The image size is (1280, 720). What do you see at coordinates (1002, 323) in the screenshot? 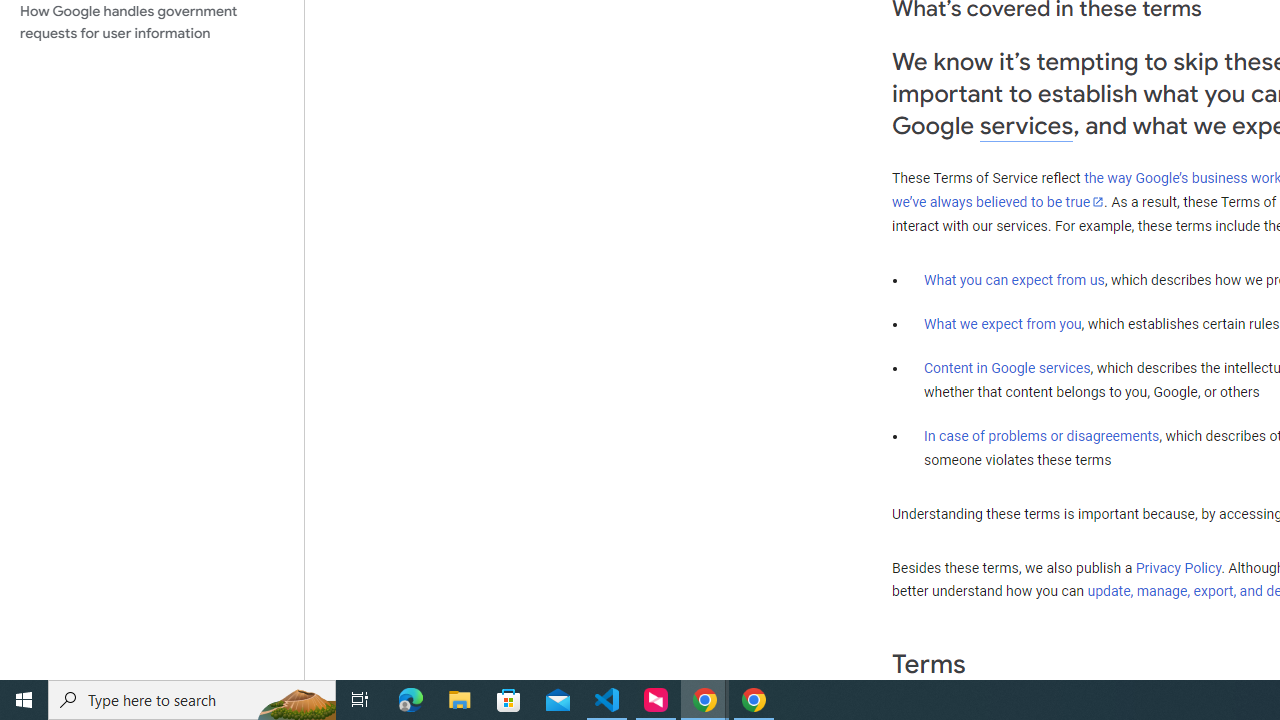
I see `'What we expect from you'` at bounding box center [1002, 323].